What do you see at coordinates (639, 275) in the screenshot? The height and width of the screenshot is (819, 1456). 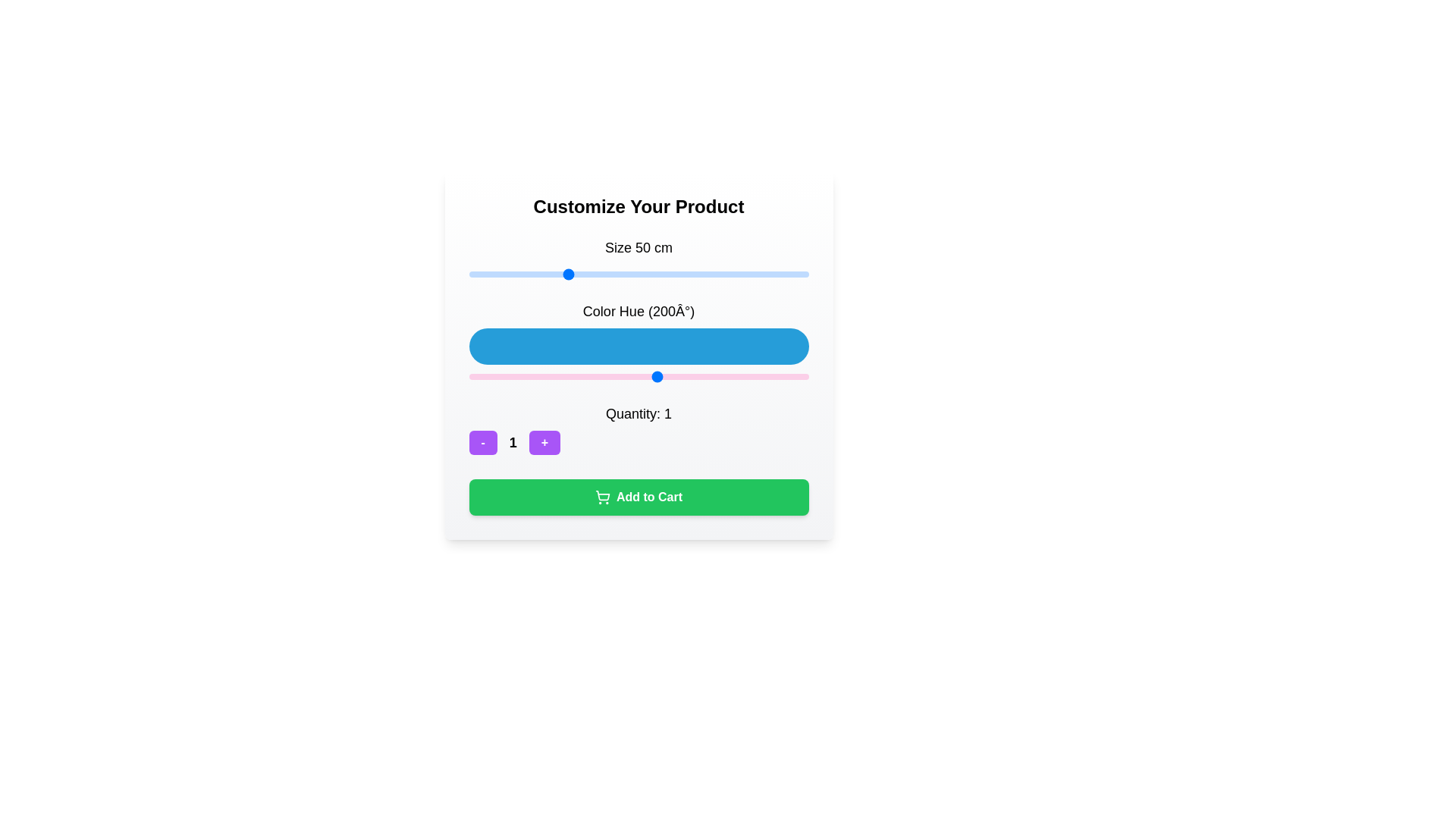 I see `the track of the slider located beneath the text 'Size 50 cm' to adjust the size value` at bounding box center [639, 275].